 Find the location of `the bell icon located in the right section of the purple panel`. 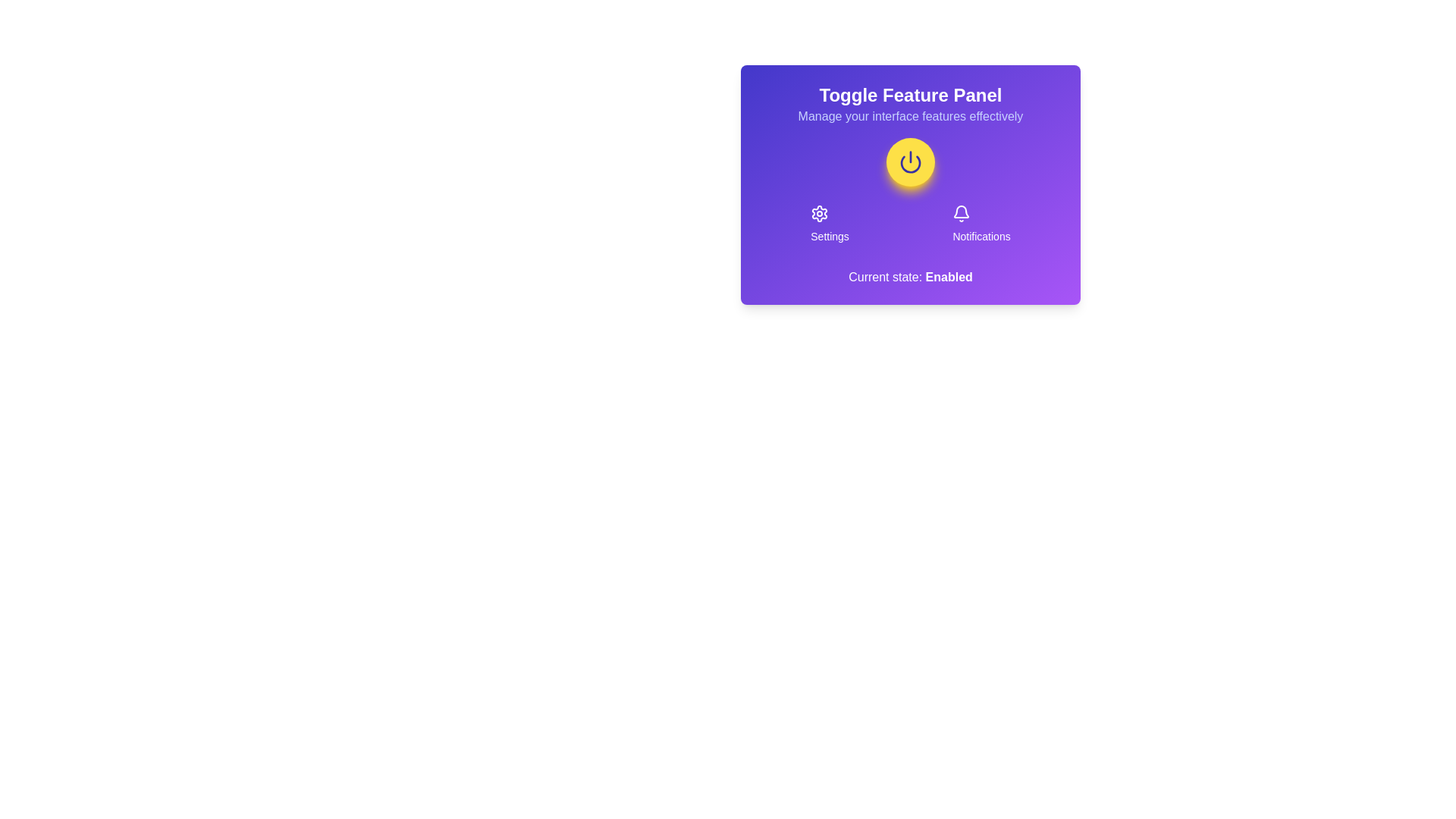

the bell icon located in the right section of the purple panel is located at coordinates (960, 211).